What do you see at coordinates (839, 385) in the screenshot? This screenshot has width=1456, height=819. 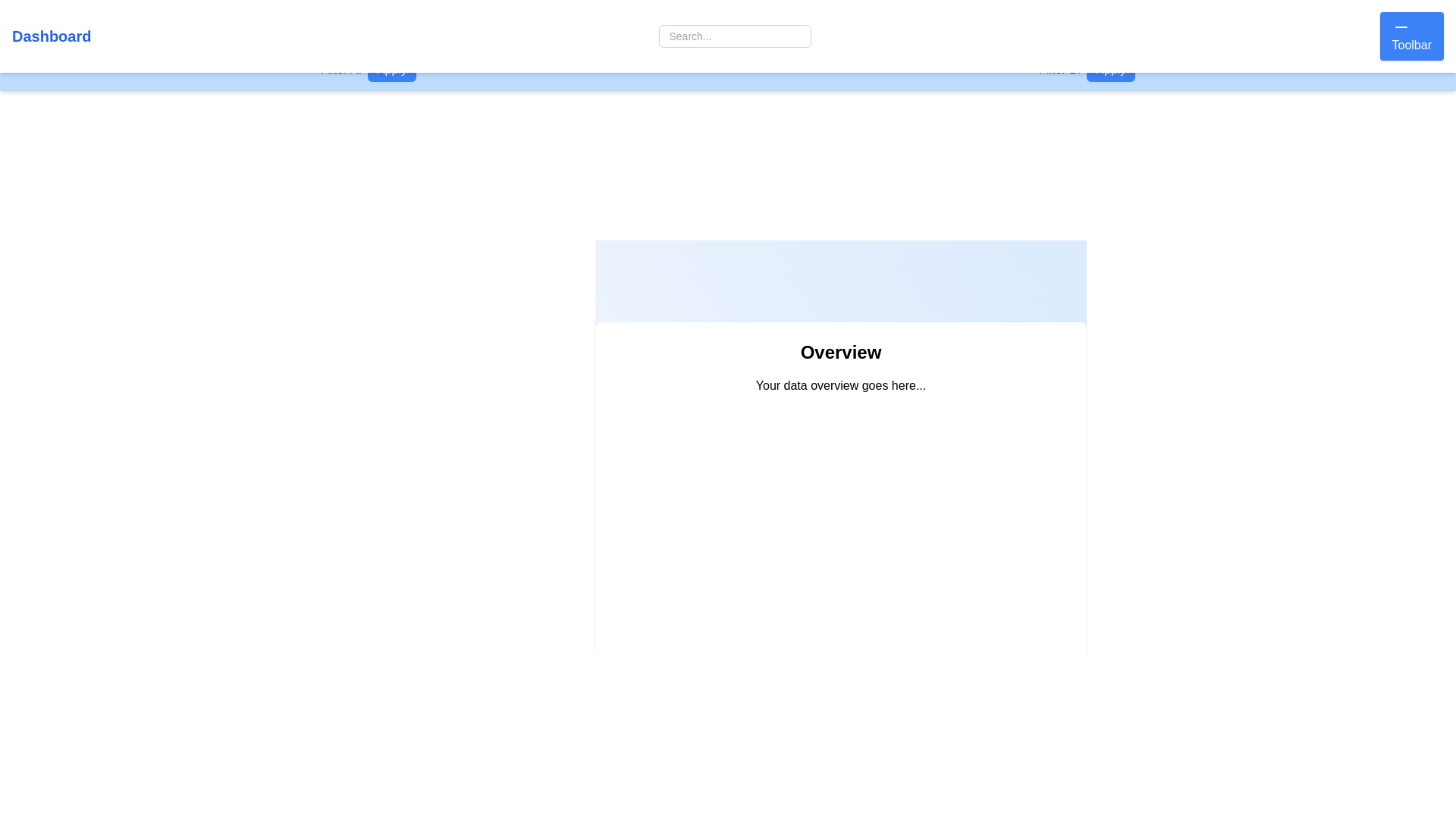 I see `the static text label that says 'Your data overview goes here...' positioned below the title 'Overview'` at bounding box center [839, 385].